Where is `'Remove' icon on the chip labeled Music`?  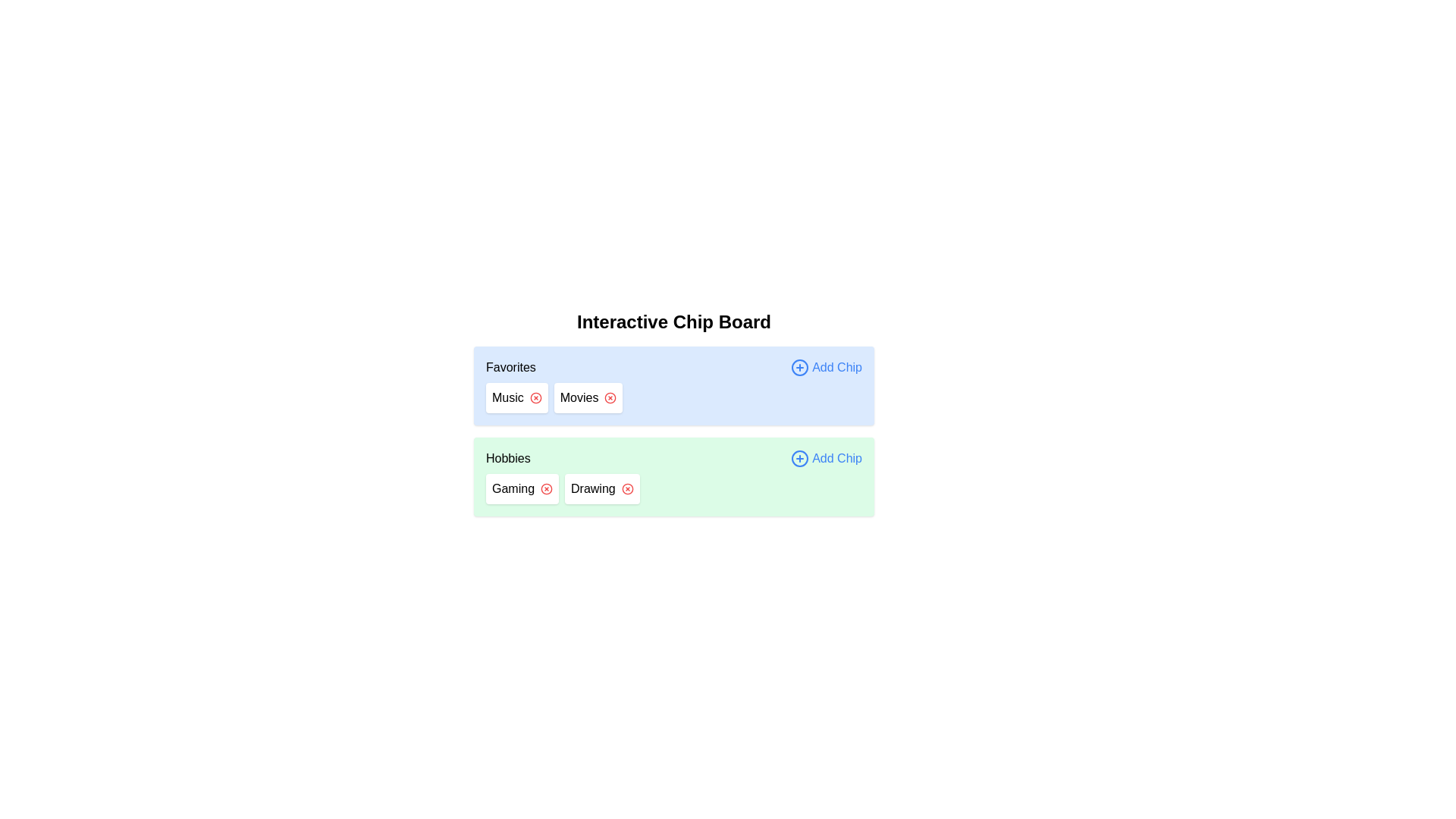 'Remove' icon on the chip labeled Music is located at coordinates (535, 397).